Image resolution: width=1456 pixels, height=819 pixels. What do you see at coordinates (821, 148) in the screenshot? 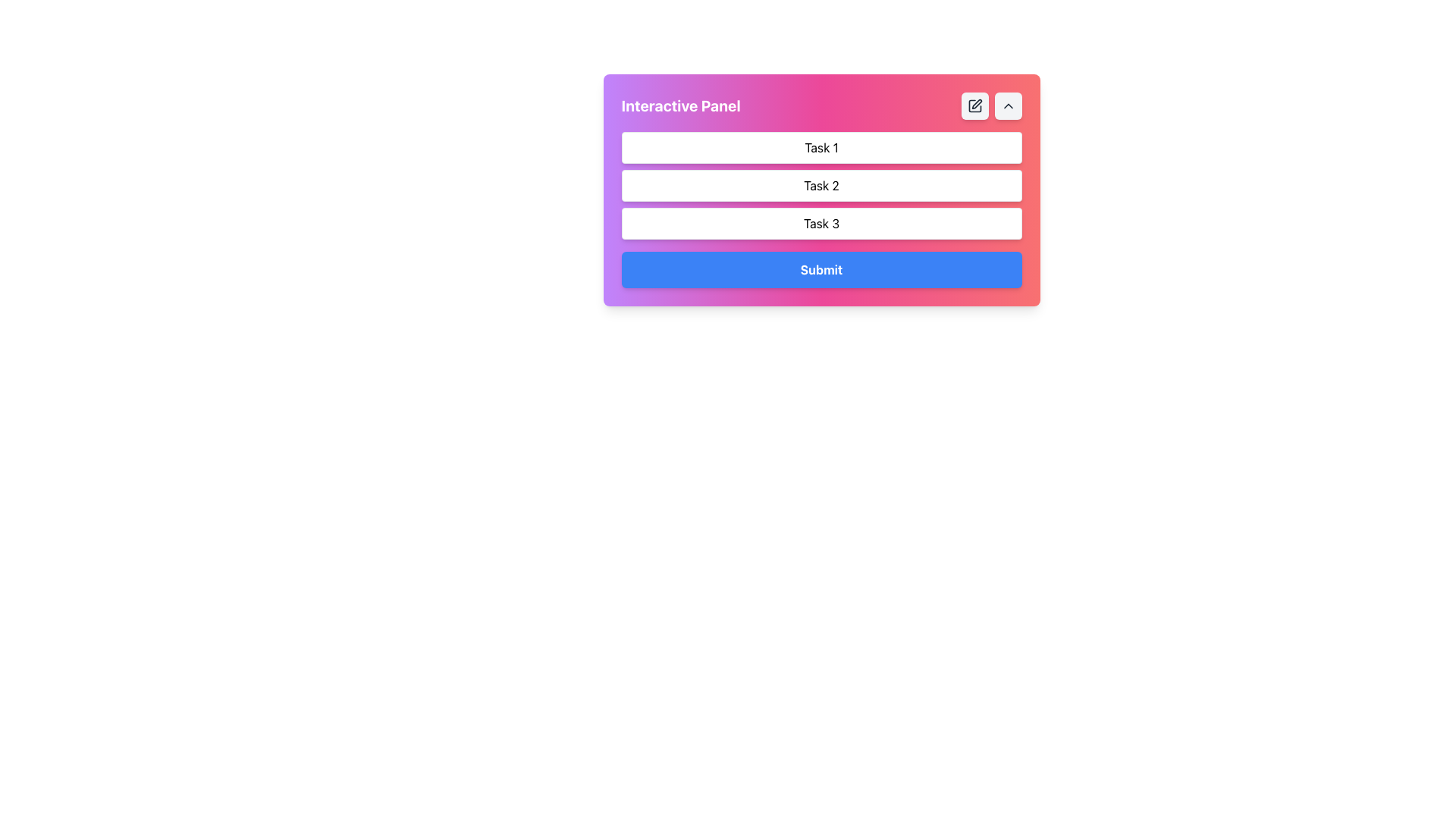
I see `the text box representing 'Task 1'` at bounding box center [821, 148].